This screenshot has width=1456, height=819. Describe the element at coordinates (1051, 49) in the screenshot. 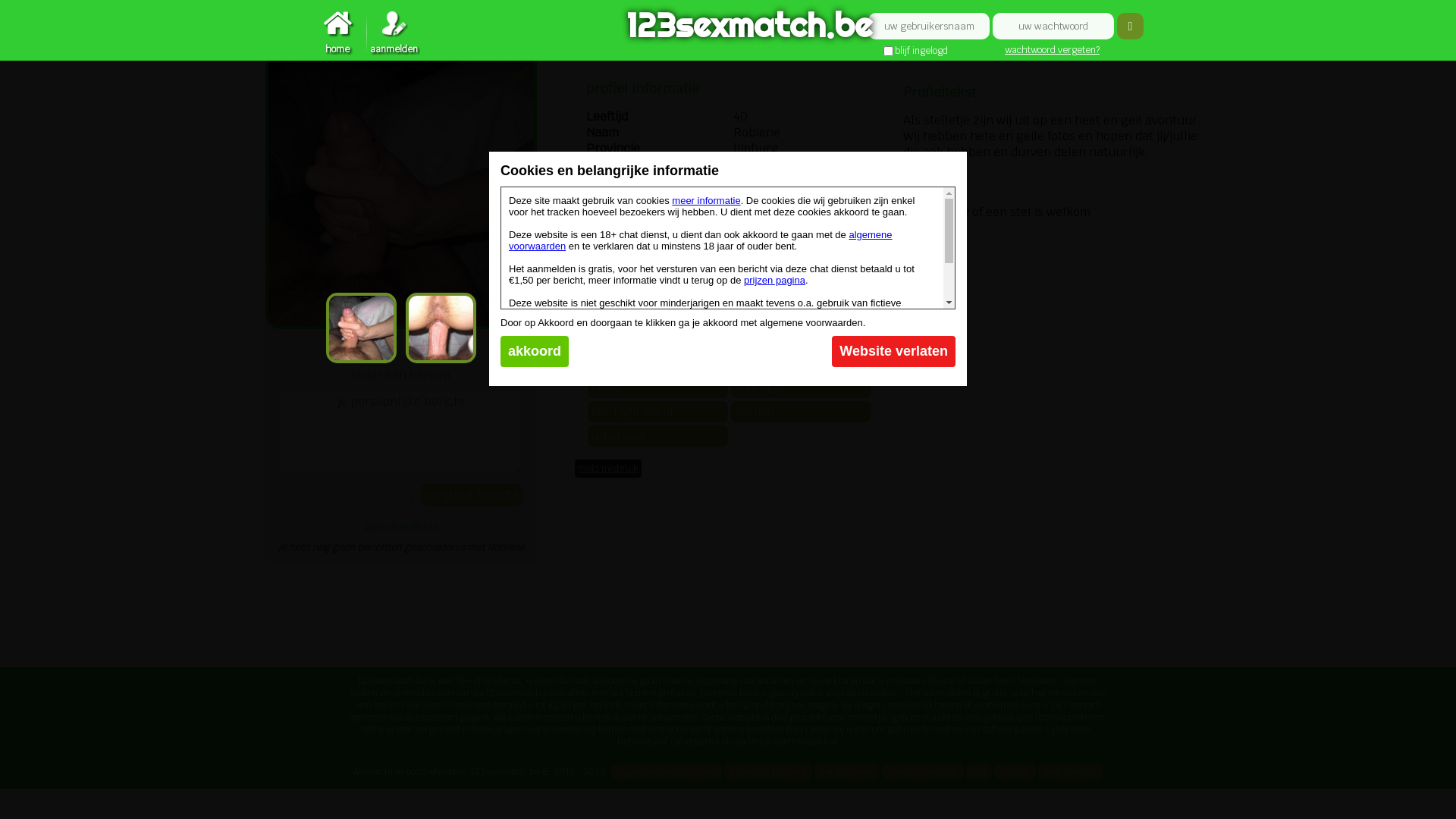

I see `'wachtwoord vergeten?'` at that location.